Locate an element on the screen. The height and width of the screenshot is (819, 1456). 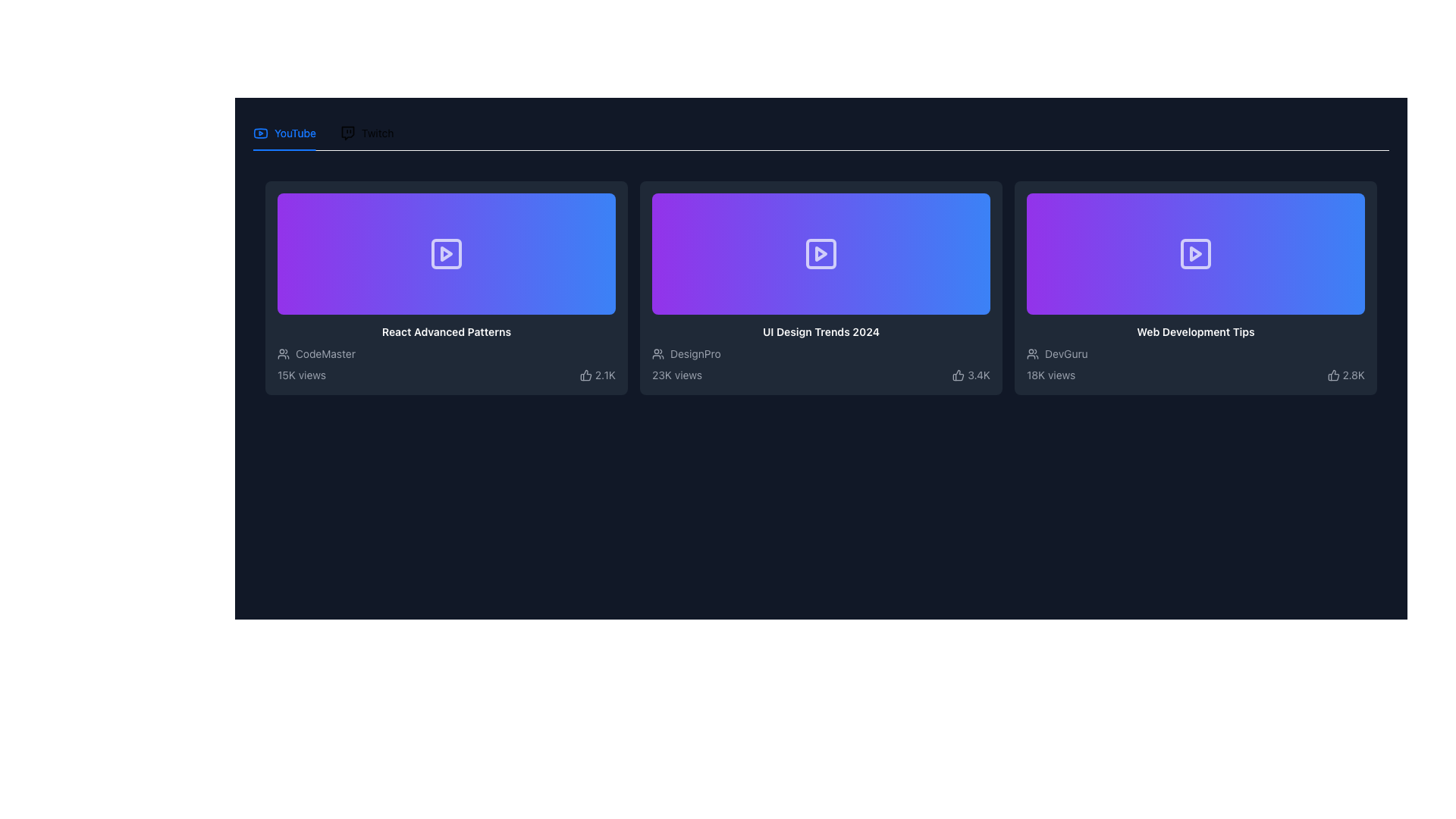
the triangular-shaped play button icon located centrally within the play button overlay of the 'Web Development Tips' thumbnail card is located at coordinates (1195, 253).